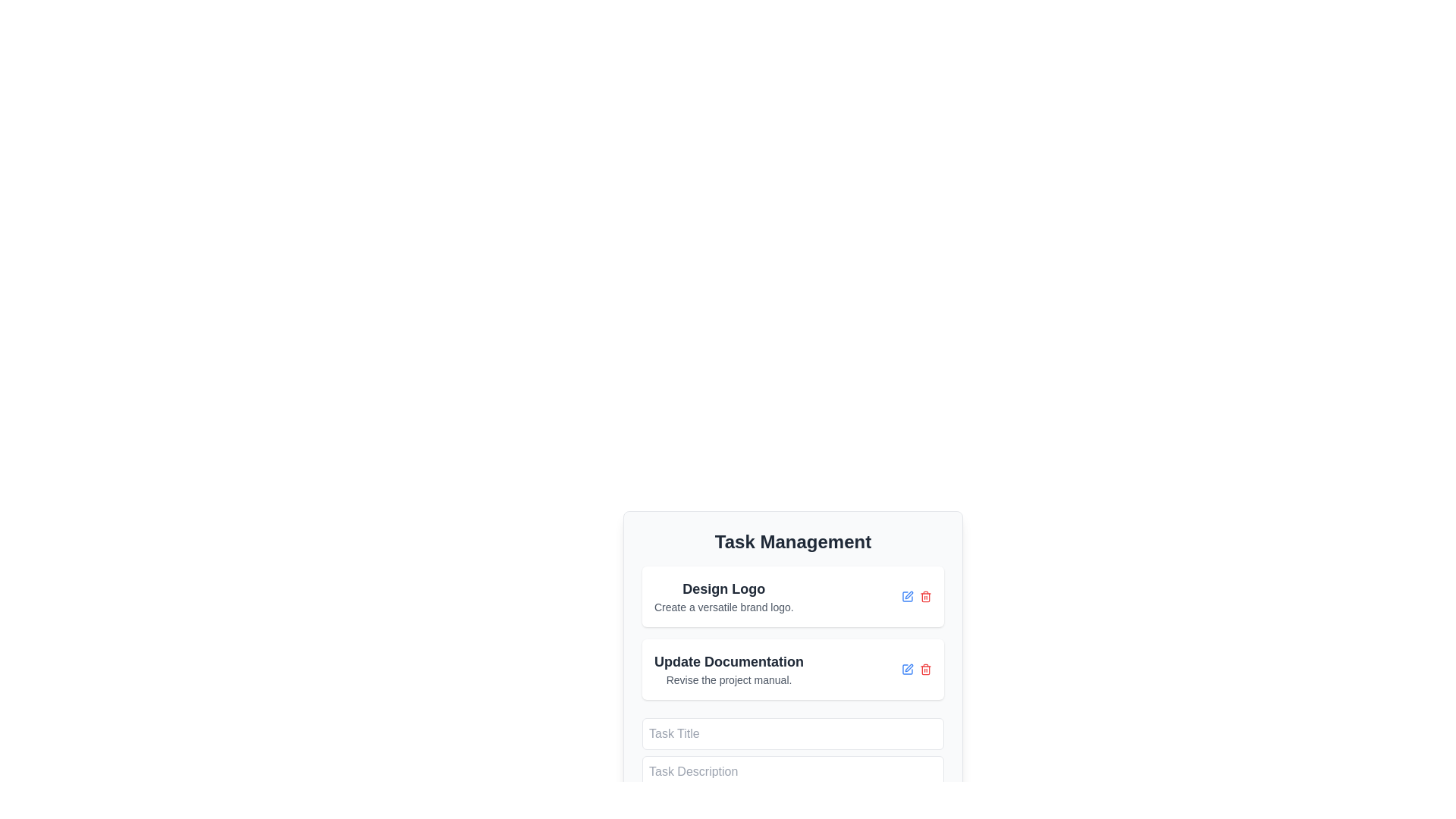 This screenshot has width=1456, height=819. Describe the element at coordinates (792, 780) in the screenshot. I see `the 'Task Description' input field to focus and start typing` at that location.